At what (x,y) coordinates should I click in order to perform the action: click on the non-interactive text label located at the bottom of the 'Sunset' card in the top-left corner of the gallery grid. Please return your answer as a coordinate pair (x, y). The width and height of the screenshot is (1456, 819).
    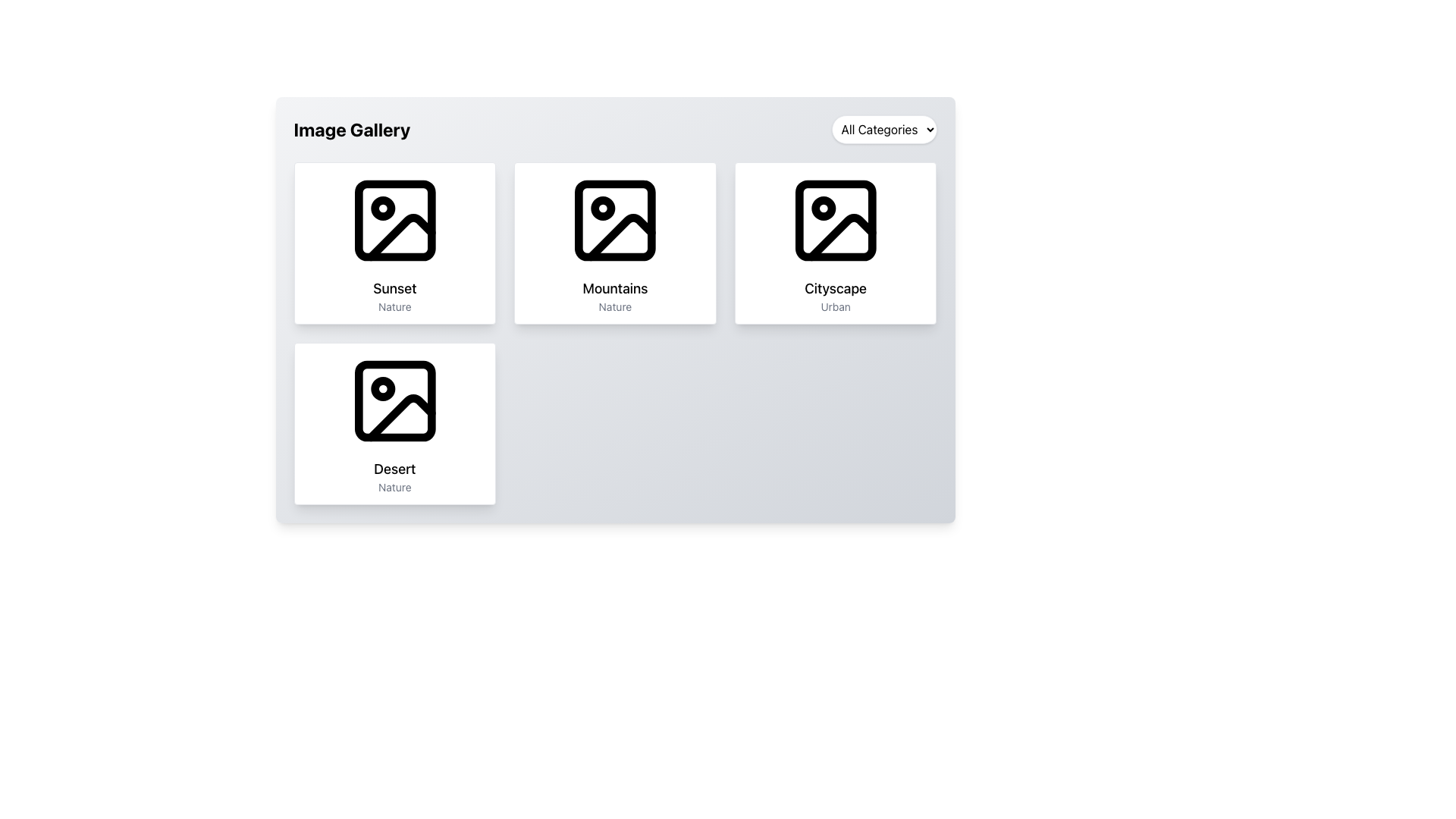
    Looking at the image, I should click on (394, 307).